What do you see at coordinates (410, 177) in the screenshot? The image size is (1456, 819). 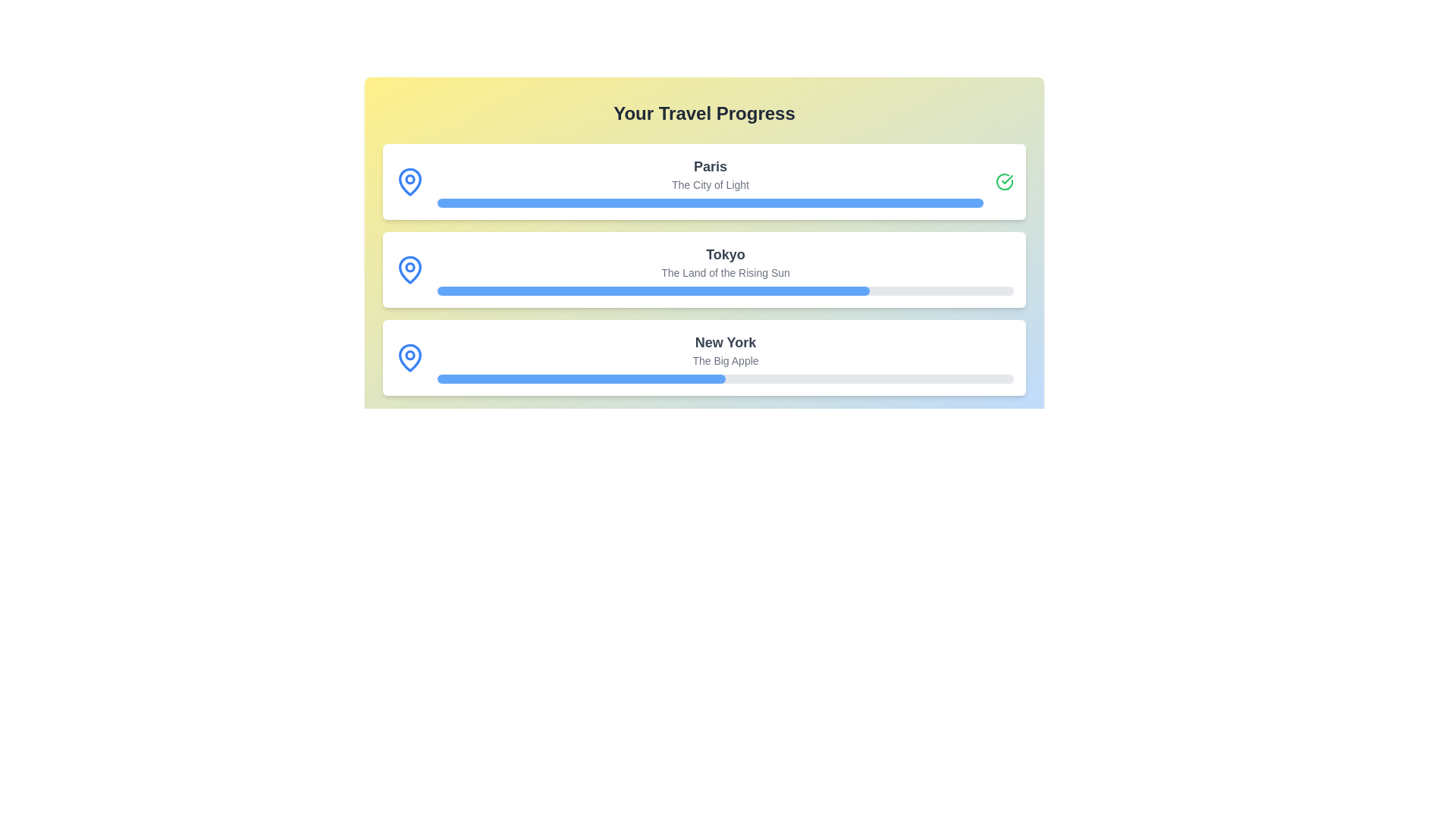 I see `the blue circular element within the SVG map pin icon located next to the 'Paris' label in the travel progress card` at bounding box center [410, 177].